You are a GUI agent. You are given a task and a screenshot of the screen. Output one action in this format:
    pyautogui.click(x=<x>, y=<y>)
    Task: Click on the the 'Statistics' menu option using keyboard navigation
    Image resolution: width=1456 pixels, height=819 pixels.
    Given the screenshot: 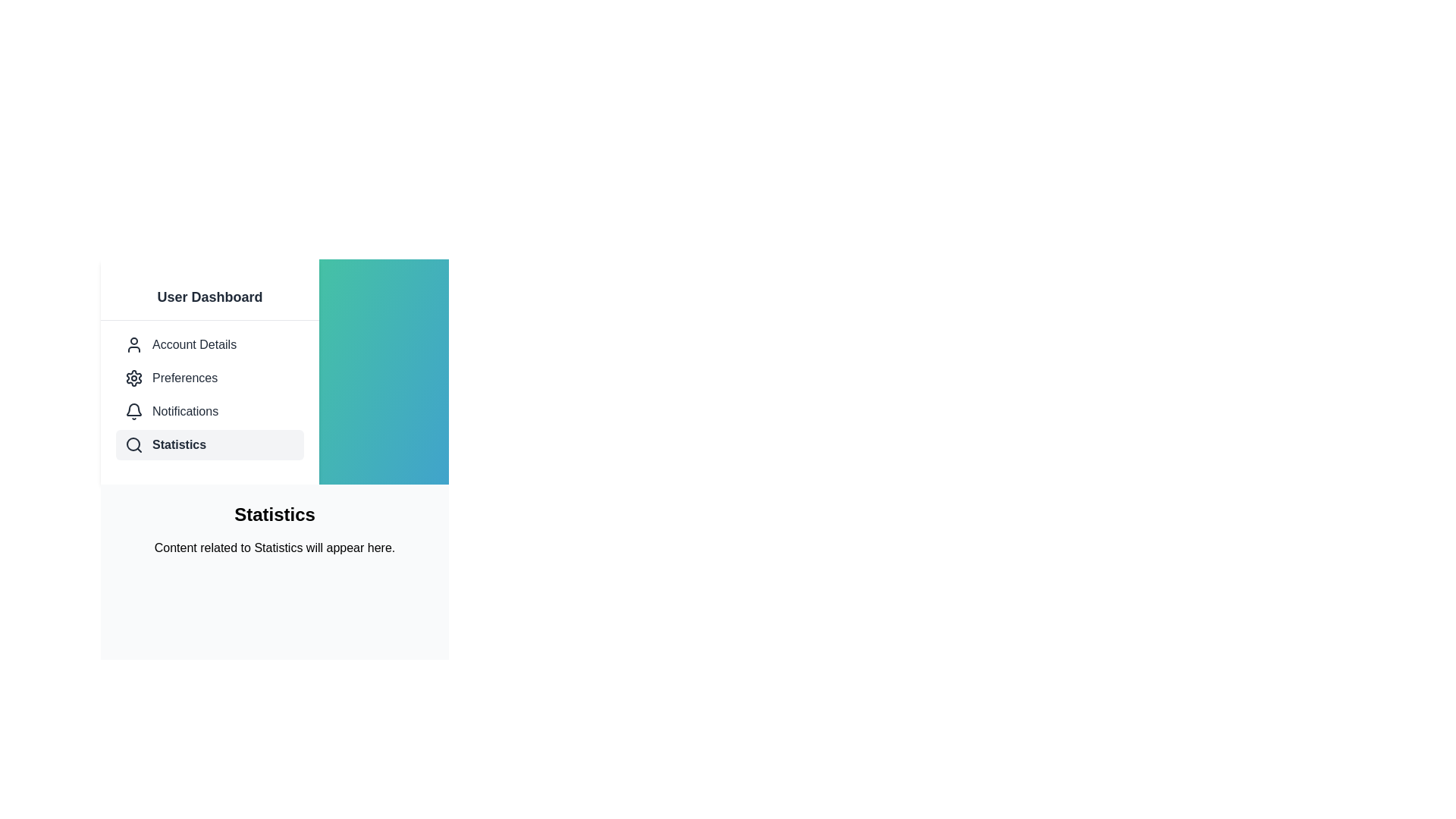 What is the action you would take?
    pyautogui.click(x=209, y=444)
    